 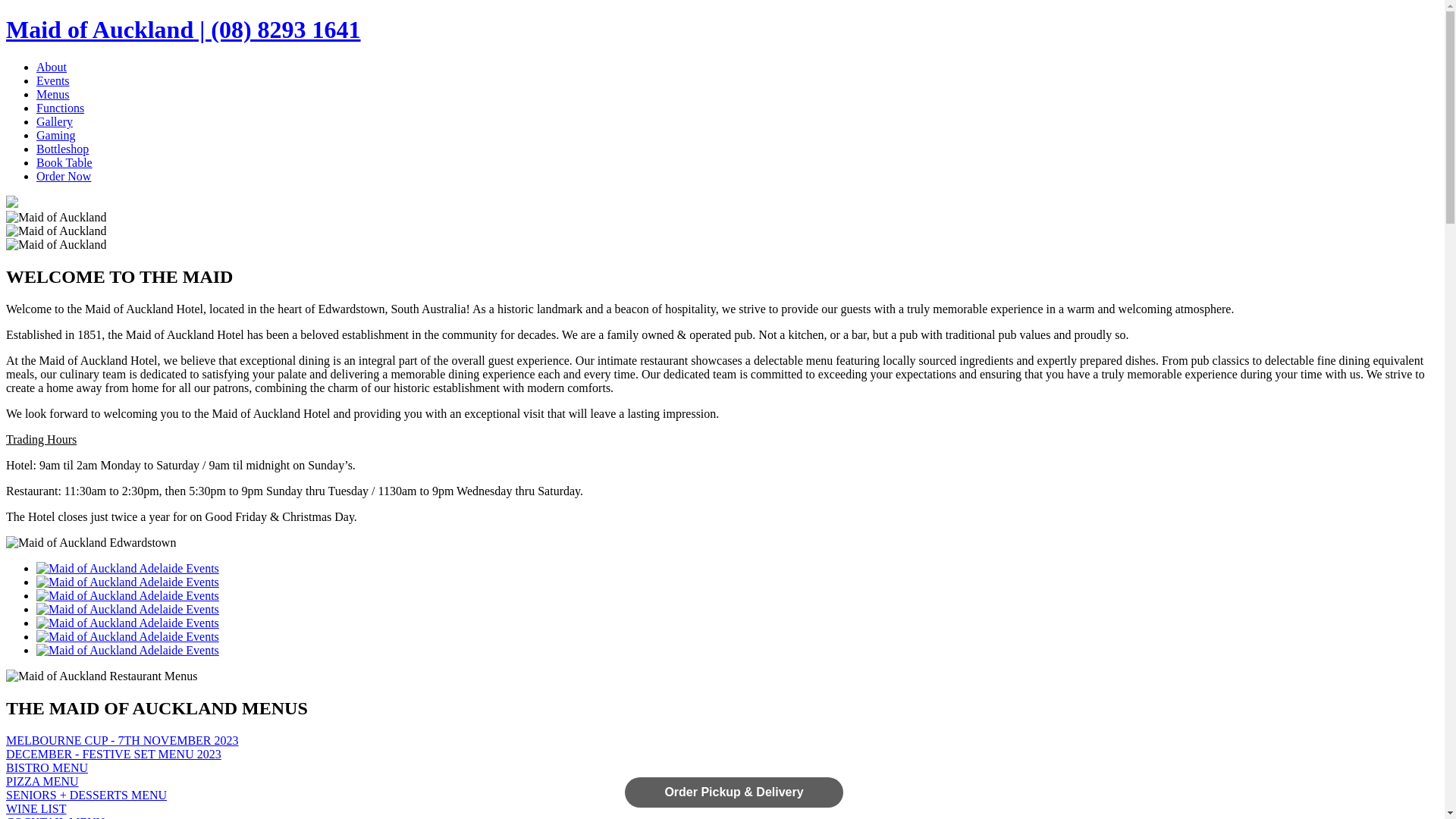 I want to click on 'PIZZA MENU', so click(x=721, y=781).